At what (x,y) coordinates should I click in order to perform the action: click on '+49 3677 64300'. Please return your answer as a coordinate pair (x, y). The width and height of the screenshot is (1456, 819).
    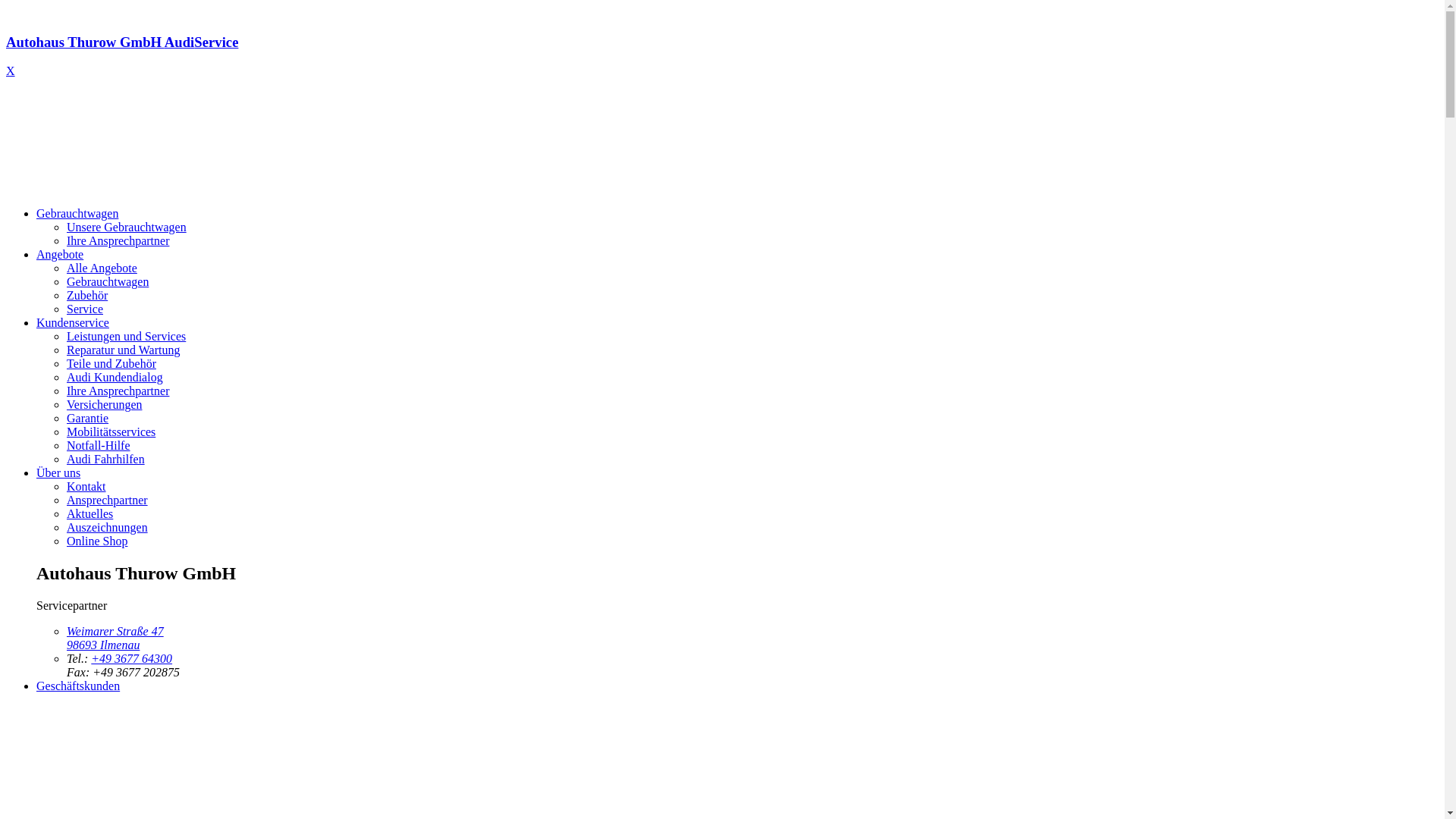
    Looking at the image, I should click on (131, 657).